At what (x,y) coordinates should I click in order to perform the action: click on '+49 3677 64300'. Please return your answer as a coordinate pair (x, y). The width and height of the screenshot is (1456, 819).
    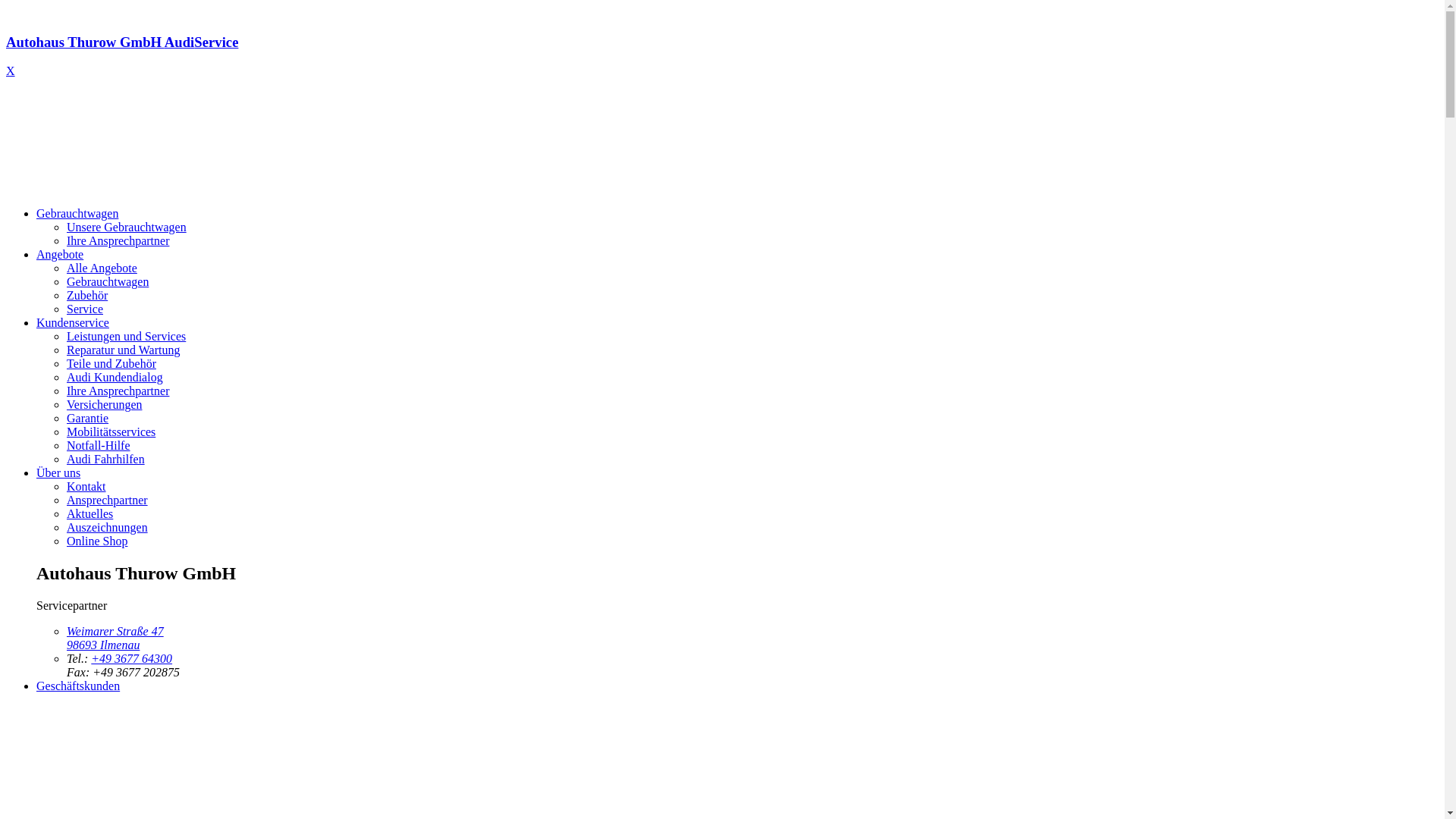
    Looking at the image, I should click on (131, 657).